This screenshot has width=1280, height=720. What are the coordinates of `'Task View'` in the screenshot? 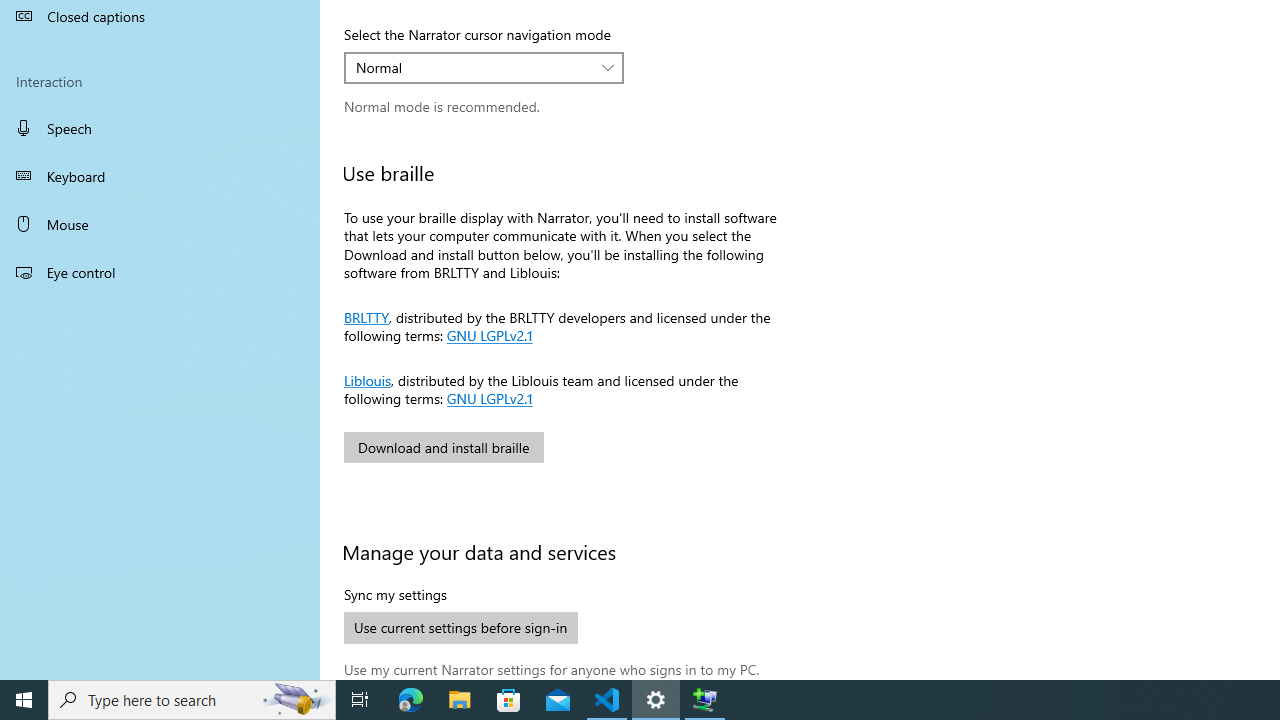 It's located at (359, 698).